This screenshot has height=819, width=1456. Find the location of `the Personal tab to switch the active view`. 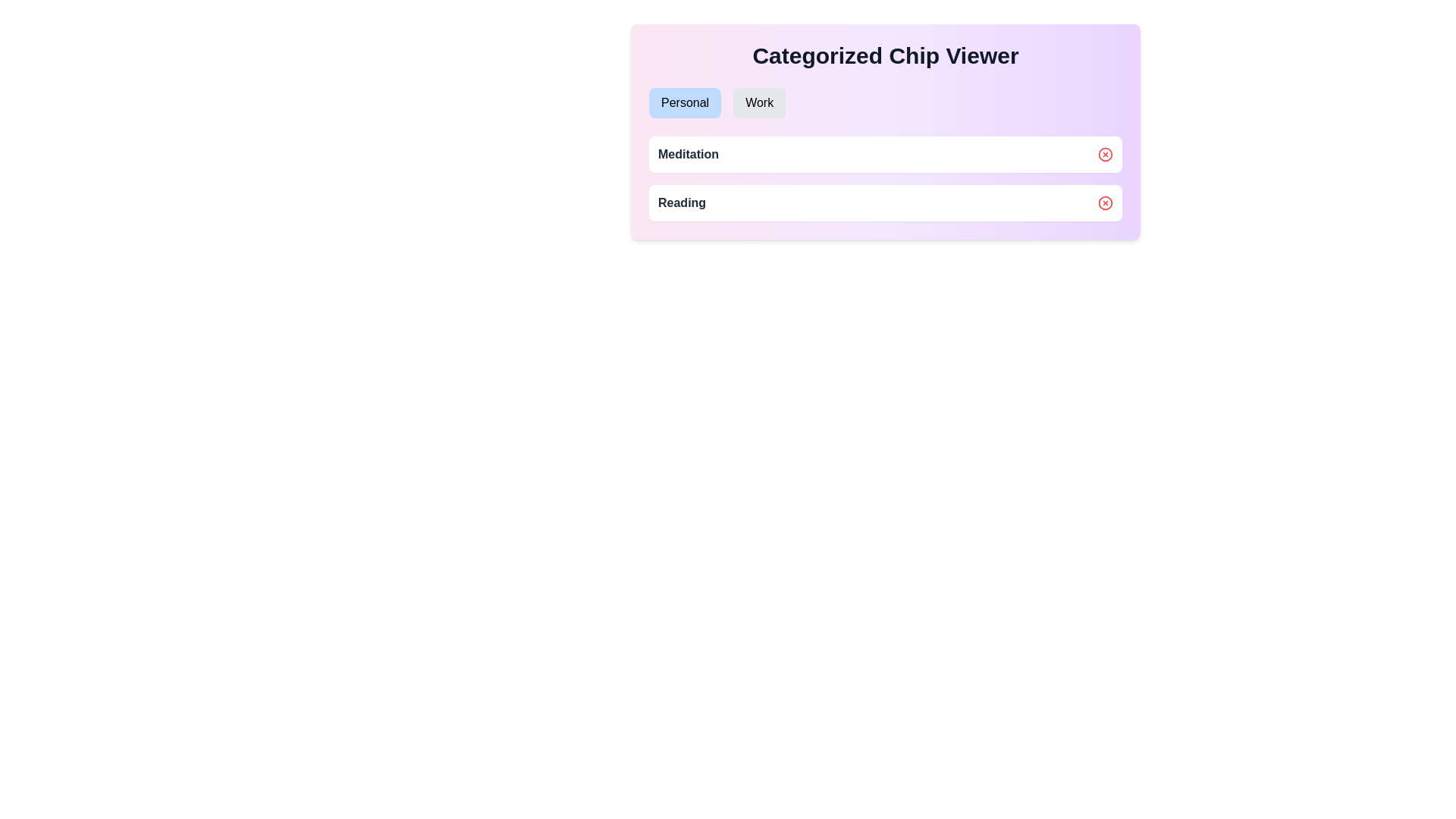

the Personal tab to switch the active view is located at coordinates (684, 102).